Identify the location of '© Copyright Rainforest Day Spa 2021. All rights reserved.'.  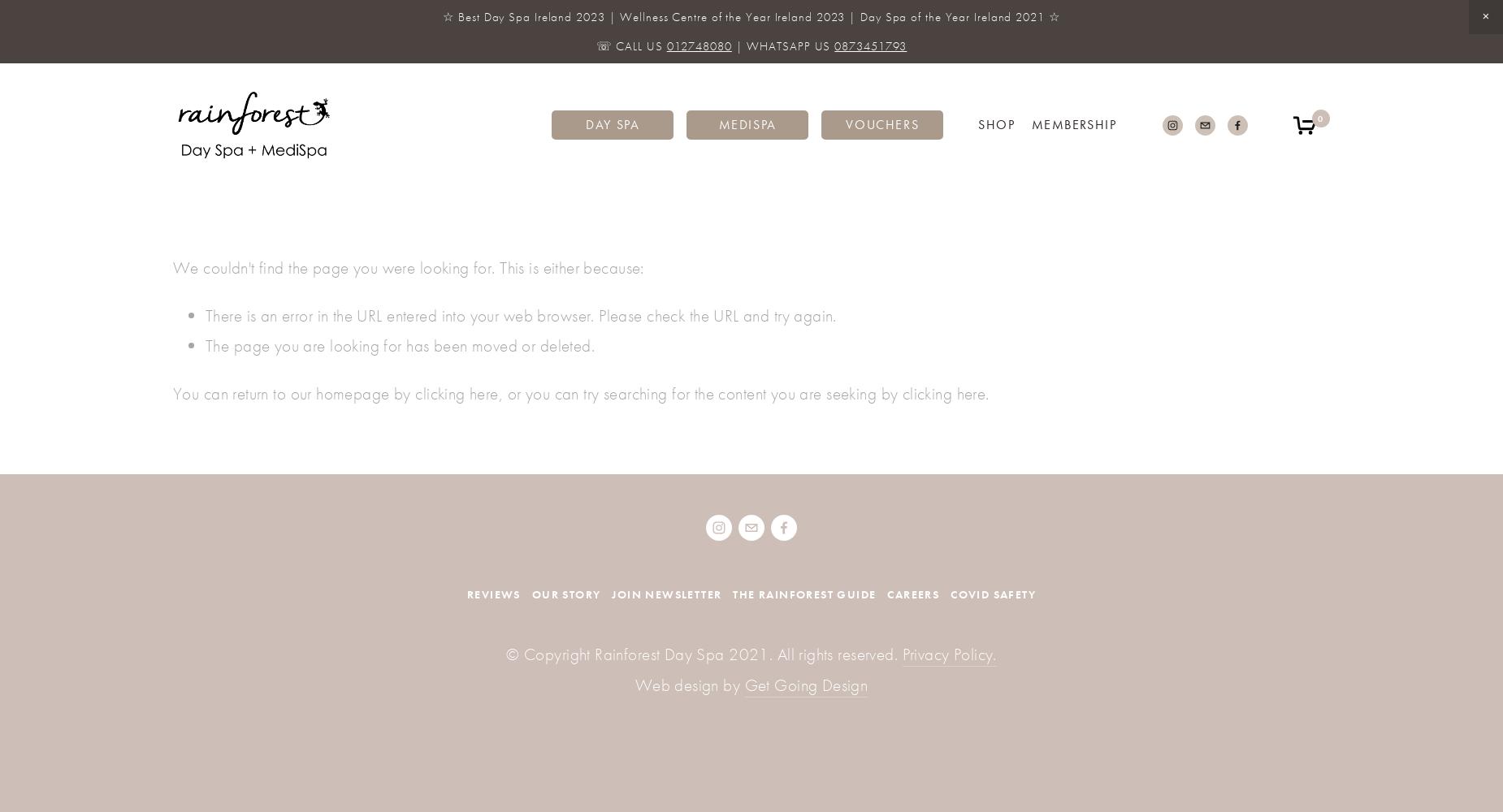
(704, 654).